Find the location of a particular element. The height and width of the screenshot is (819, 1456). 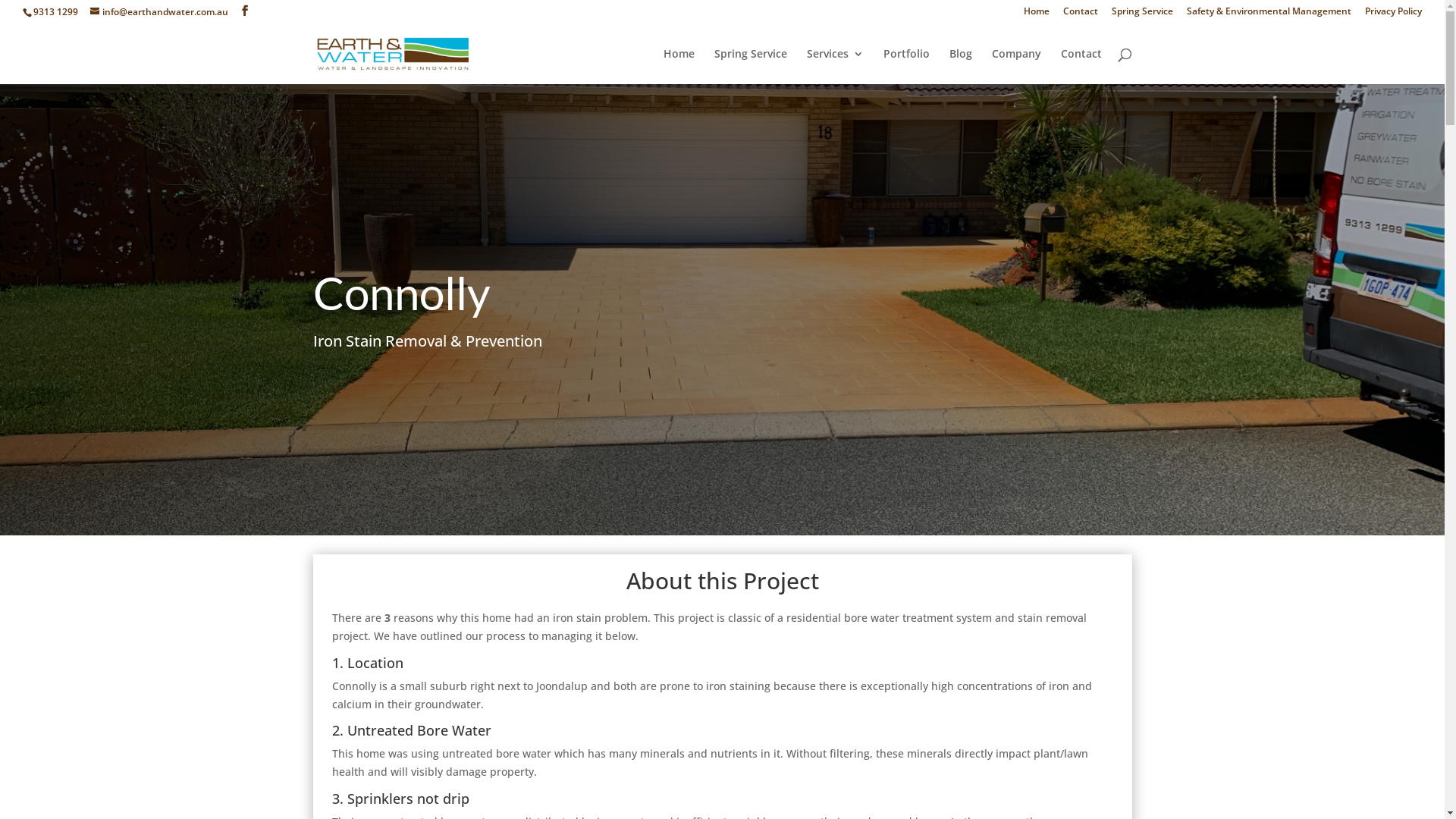

'Spring Service' is located at coordinates (1142, 14).